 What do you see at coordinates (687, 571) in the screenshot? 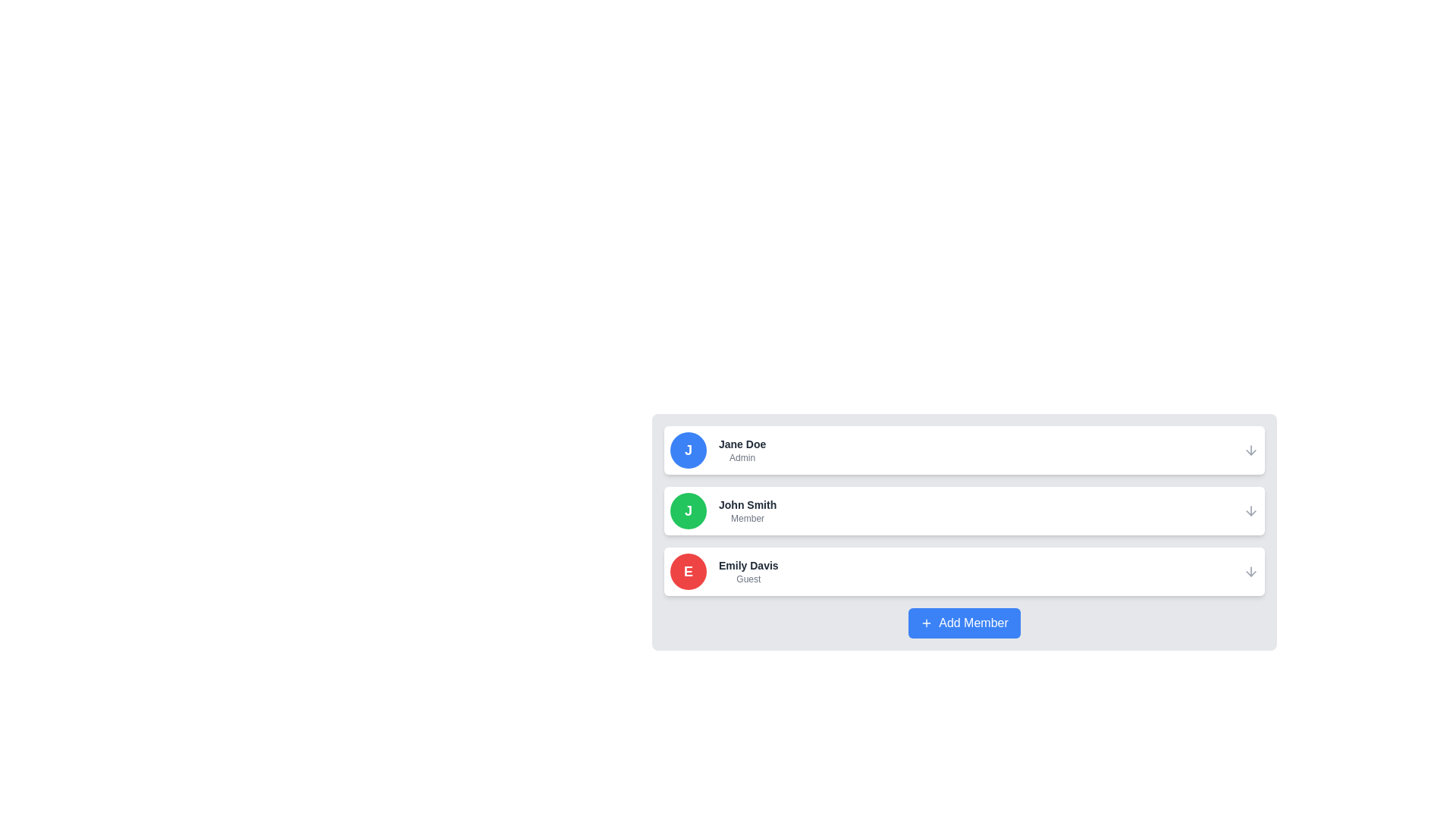
I see `the Circular avatar icon that serves as an avatar or initial indicator for the member represented in the adjacent details` at bounding box center [687, 571].